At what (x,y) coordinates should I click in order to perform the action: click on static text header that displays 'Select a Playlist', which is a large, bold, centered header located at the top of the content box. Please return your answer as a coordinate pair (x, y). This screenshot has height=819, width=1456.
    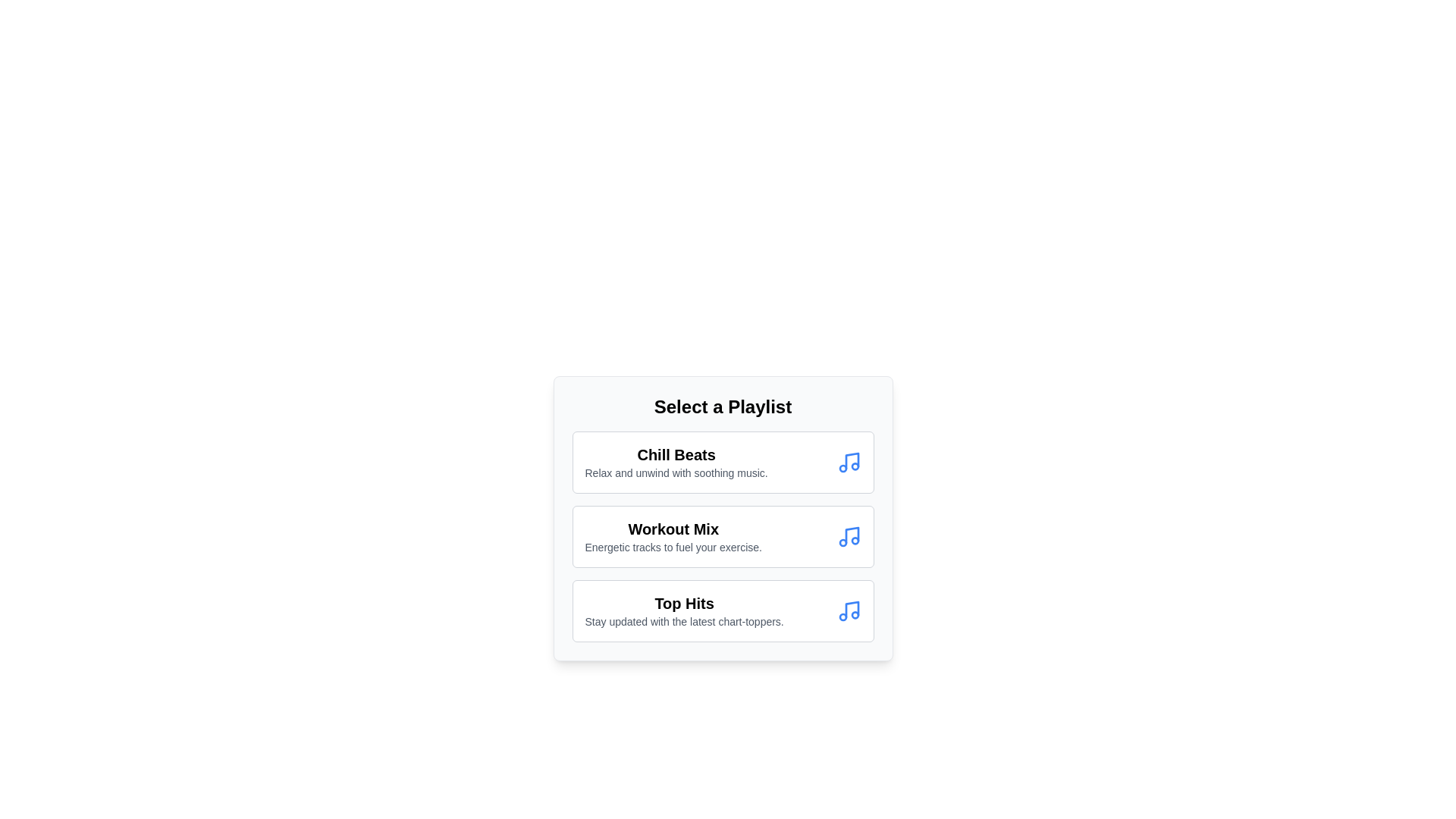
    Looking at the image, I should click on (722, 406).